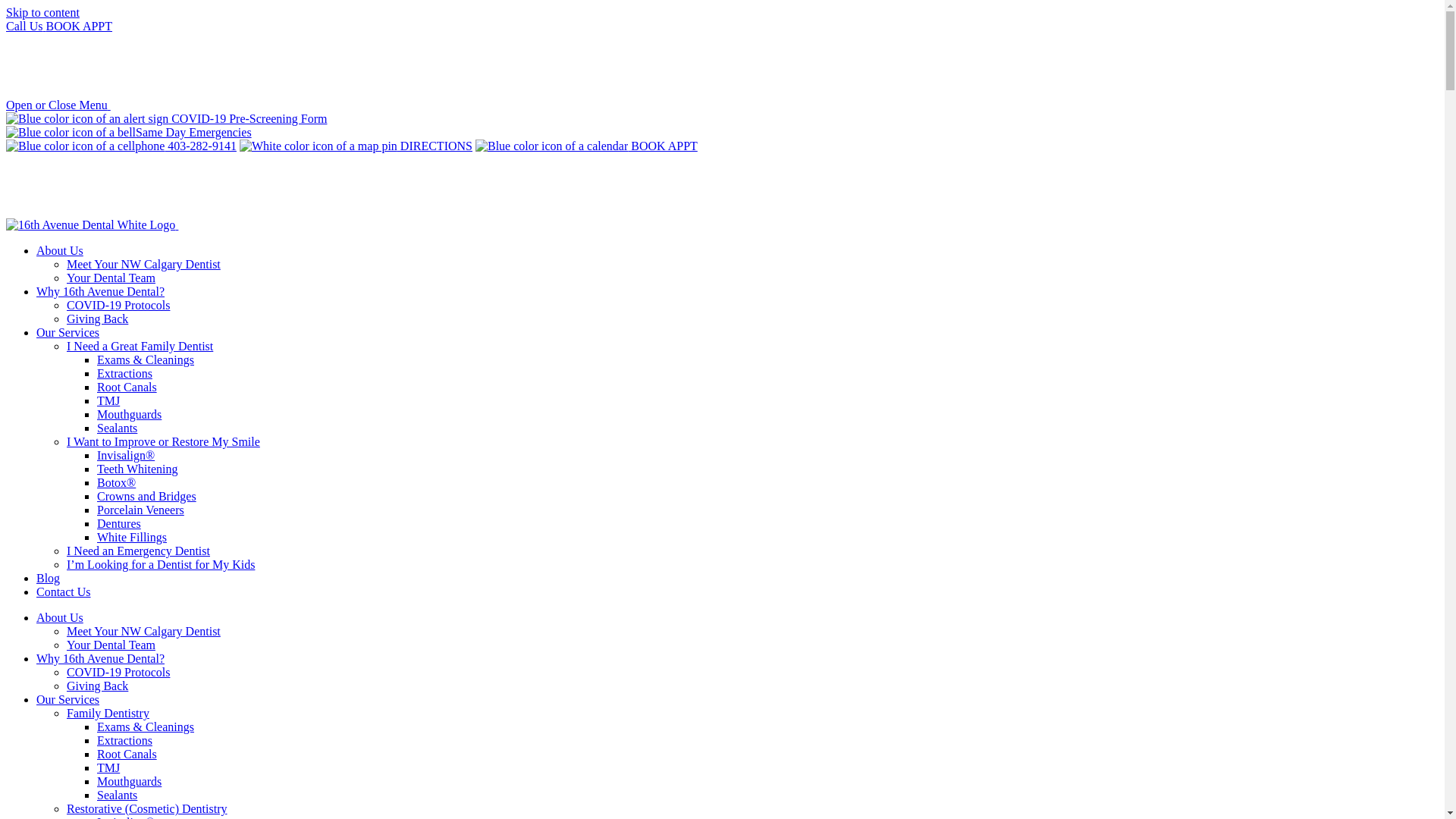  I want to click on 'About Us', so click(36, 249).